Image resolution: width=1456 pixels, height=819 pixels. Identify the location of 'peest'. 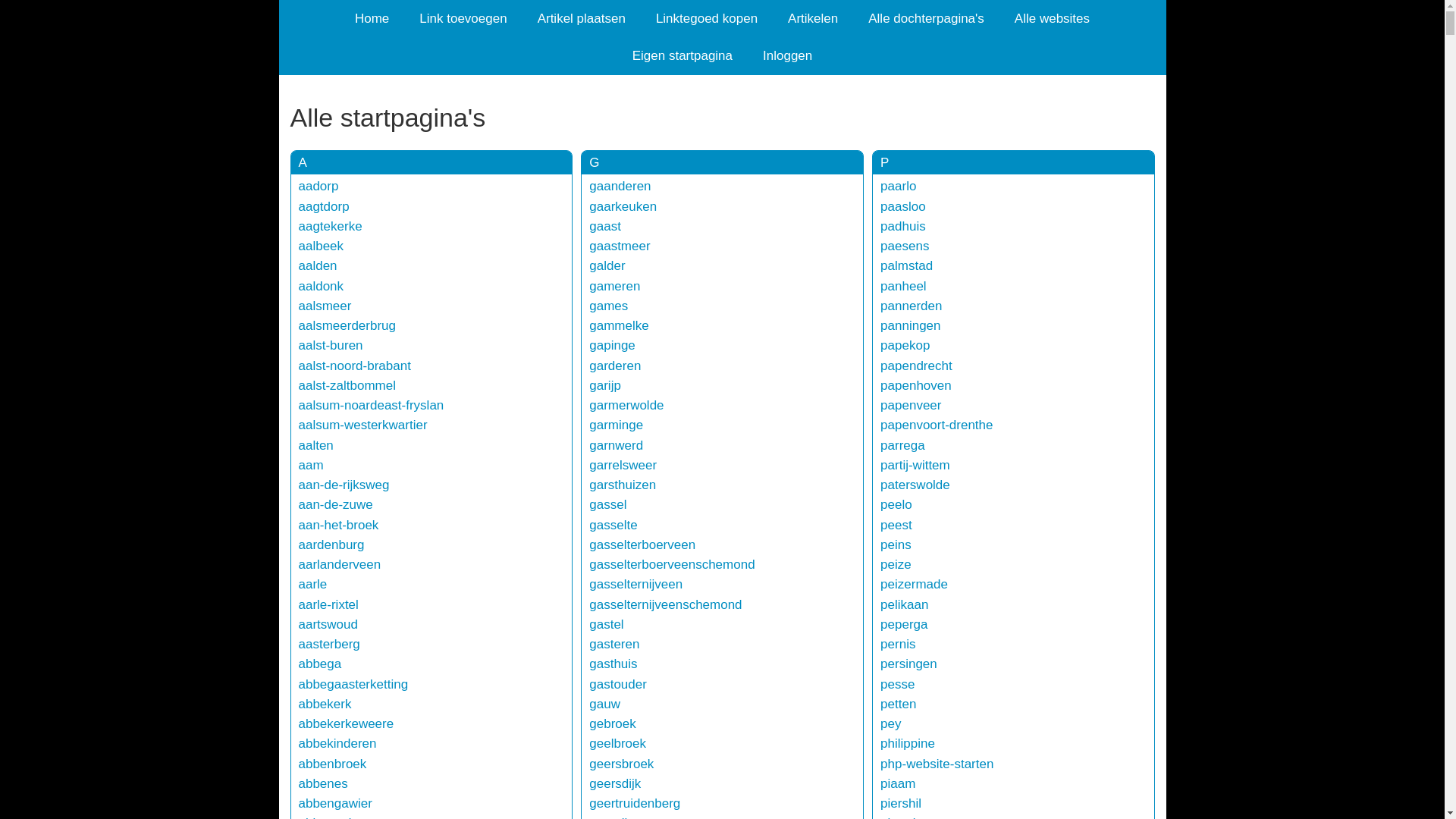
(896, 524).